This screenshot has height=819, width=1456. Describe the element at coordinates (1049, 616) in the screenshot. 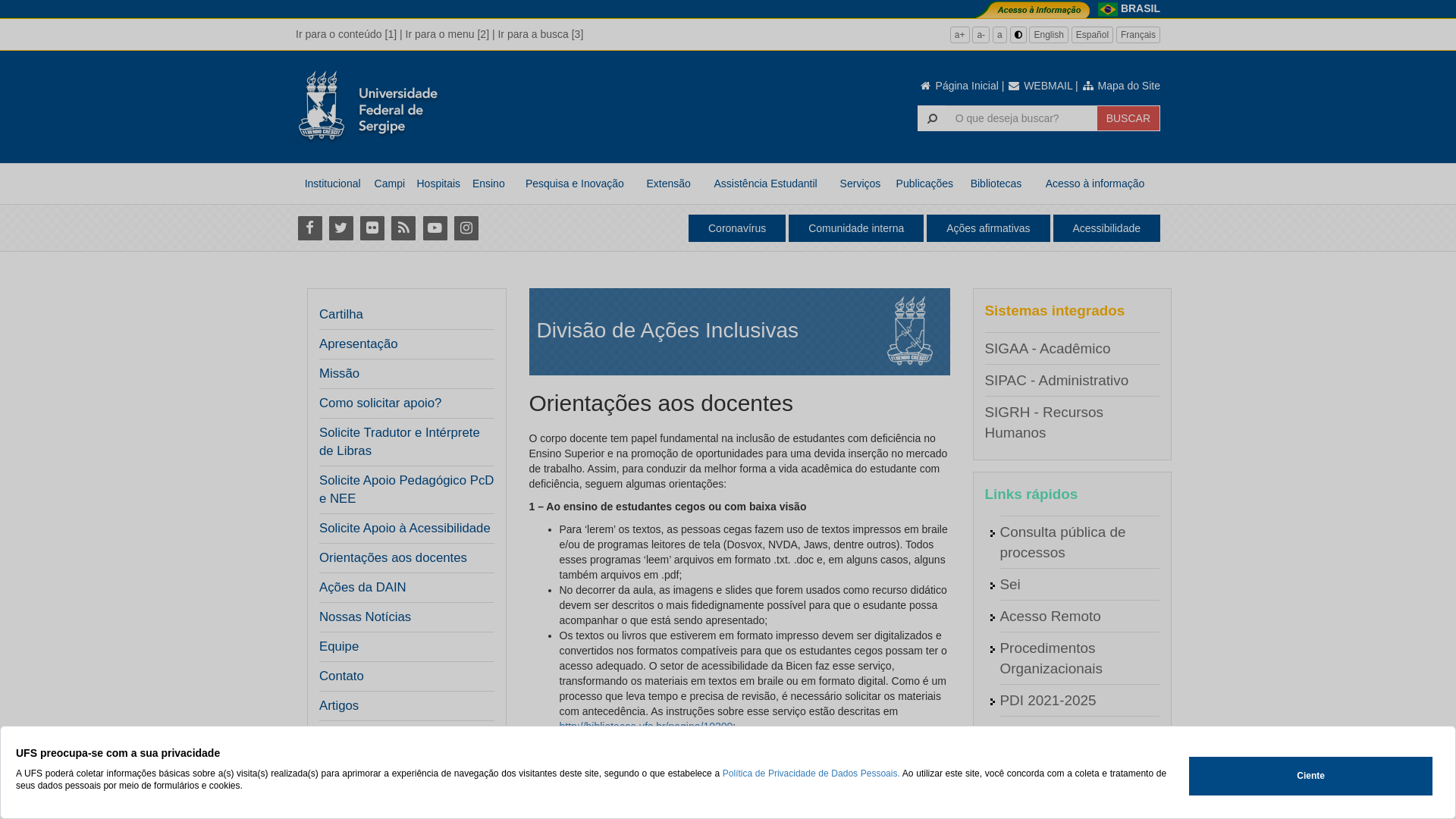

I see `'Acesso Remoto'` at that location.